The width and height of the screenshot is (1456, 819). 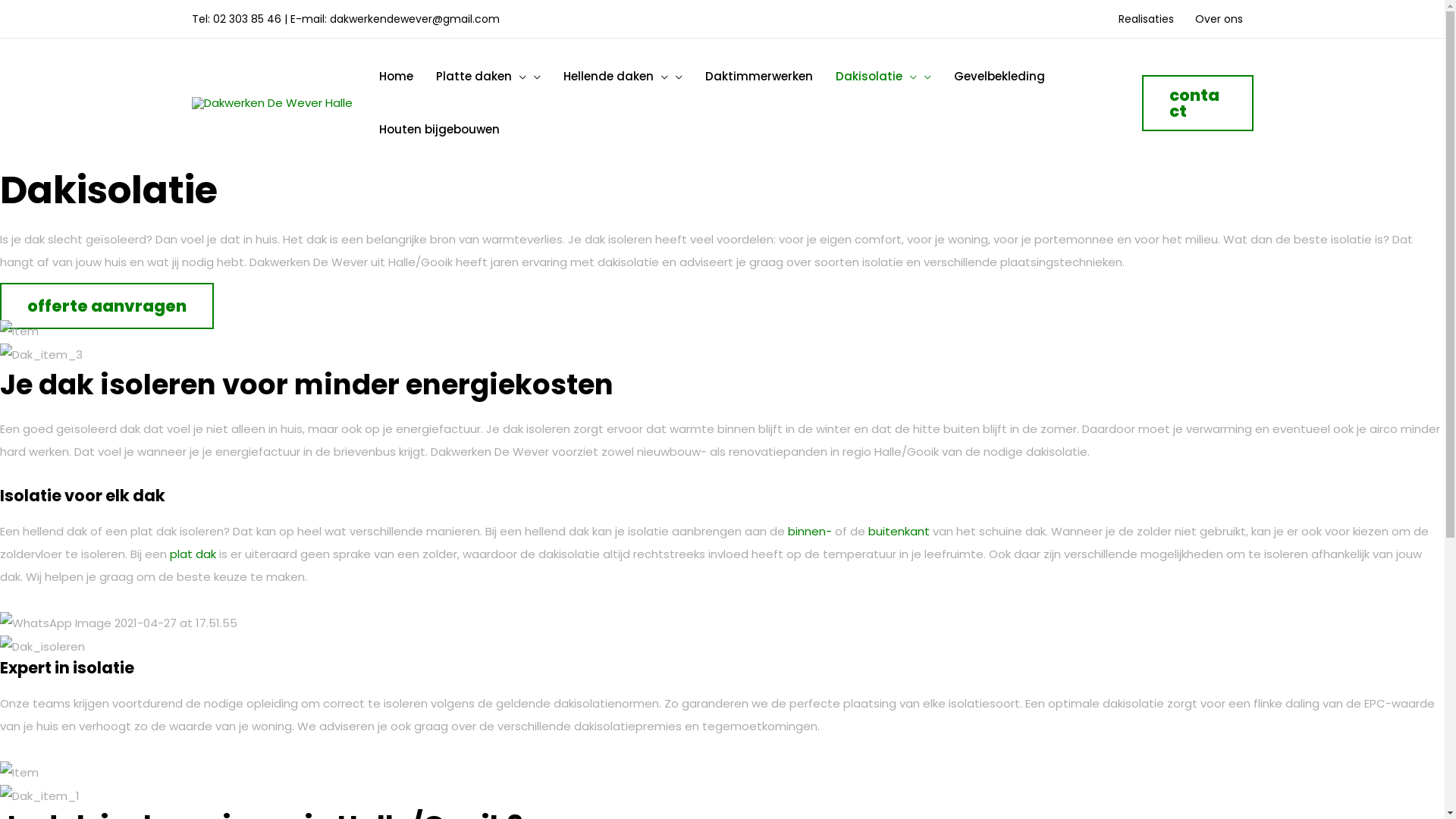 What do you see at coordinates (941, 76) in the screenshot?
I see `'Gevelbekleding'` at bounding box center [941, 76].